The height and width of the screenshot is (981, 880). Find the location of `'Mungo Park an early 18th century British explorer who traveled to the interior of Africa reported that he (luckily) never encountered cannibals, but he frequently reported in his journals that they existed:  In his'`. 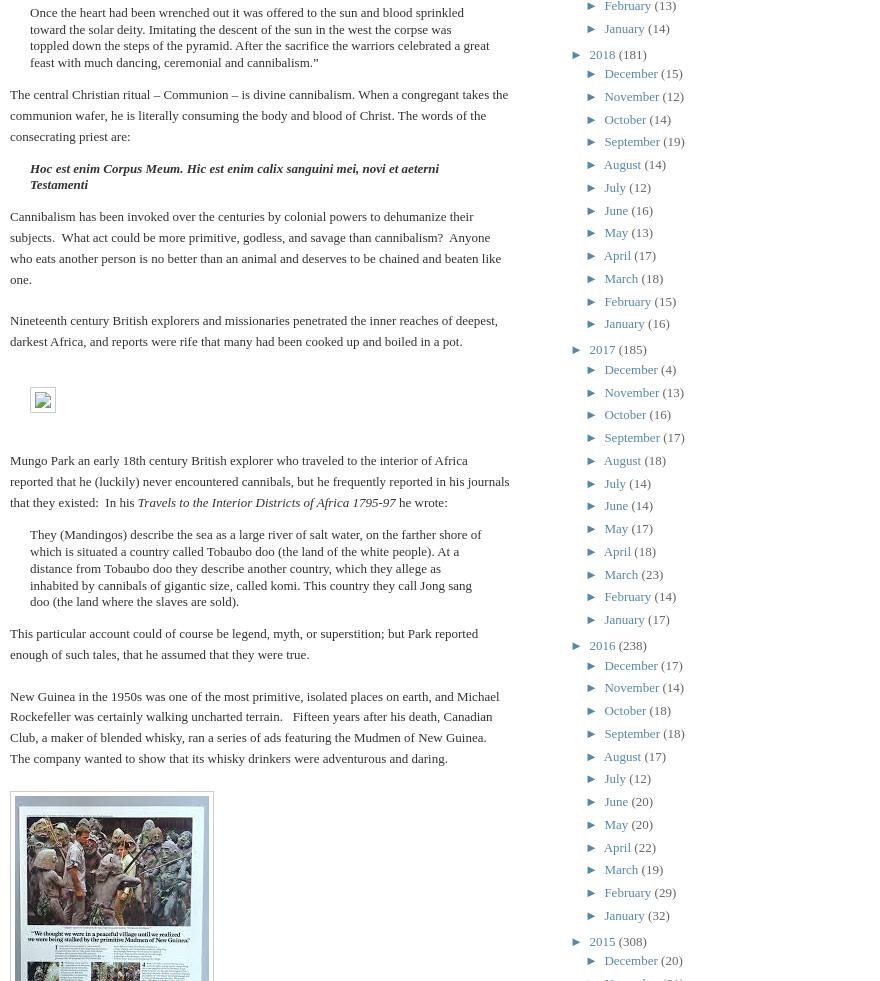

'Mungo Park an early 18th century British explorer who traveled to the interior of Africa reported that he (luckily) never encountered cannibals, but he frequently reported in his journals that they existed:  In his' is located at coordinates (9, 480).